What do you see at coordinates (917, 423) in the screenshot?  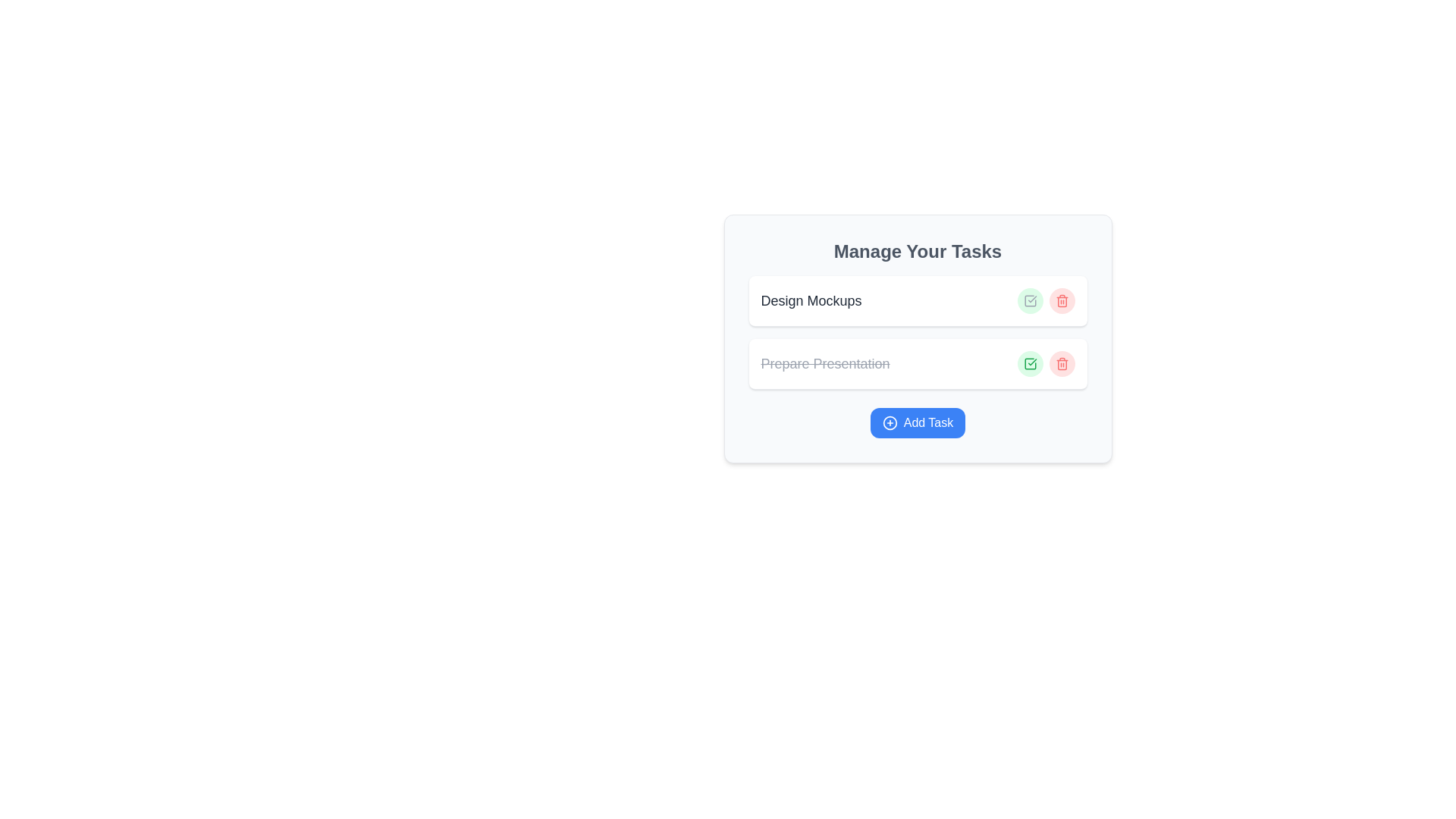 I see `the bright blue 'Add Task' button with a rounded-rectangle shape located at the bottom center of the task management card` at bounding box center [917, 423].